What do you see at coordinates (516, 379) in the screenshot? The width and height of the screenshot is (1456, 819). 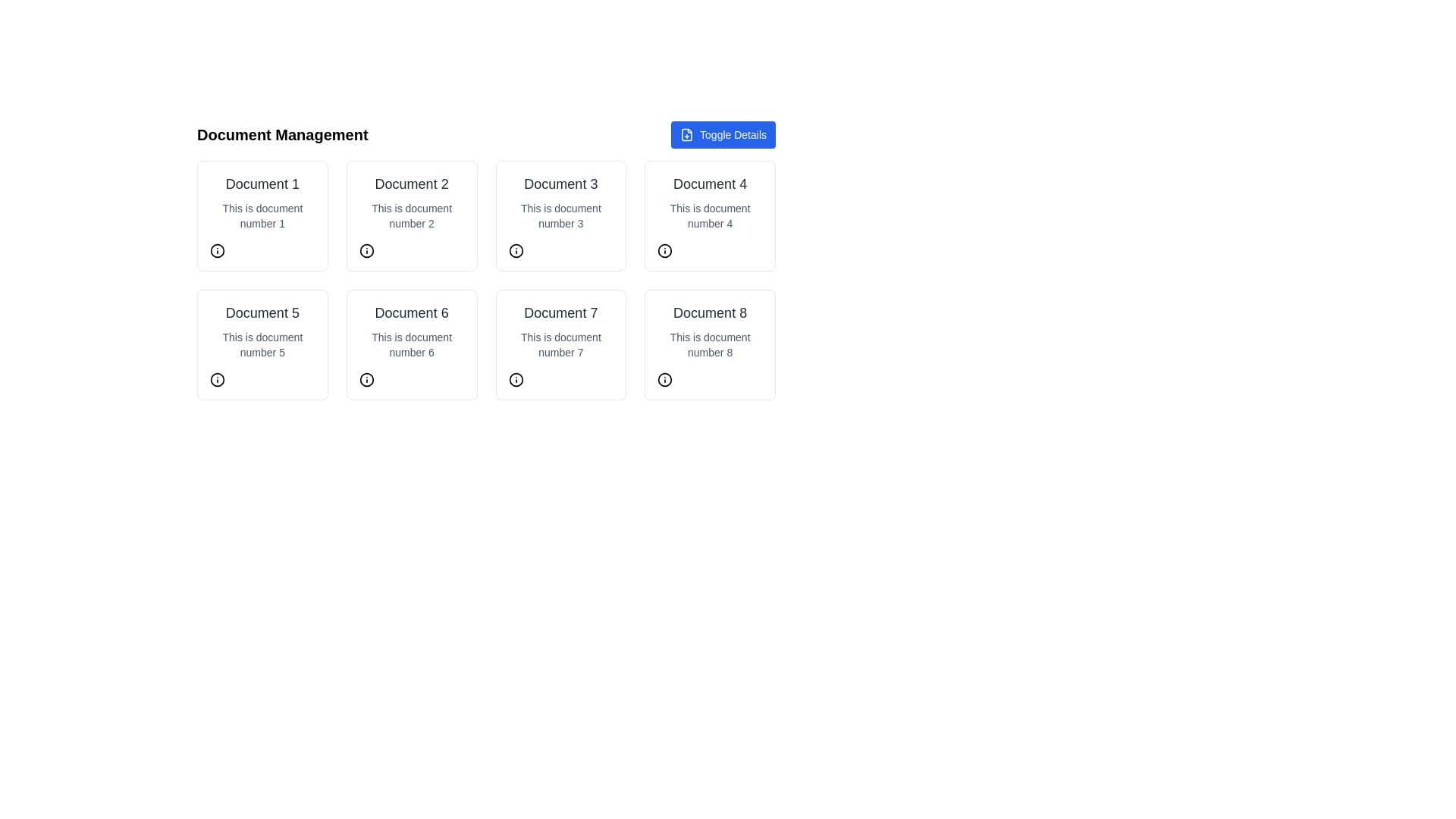 I see `the circular icon representing 'Document 7', which is part of a list of document icons, located beneath the text 'This is document number 7'` at bounding box center [516, 379].